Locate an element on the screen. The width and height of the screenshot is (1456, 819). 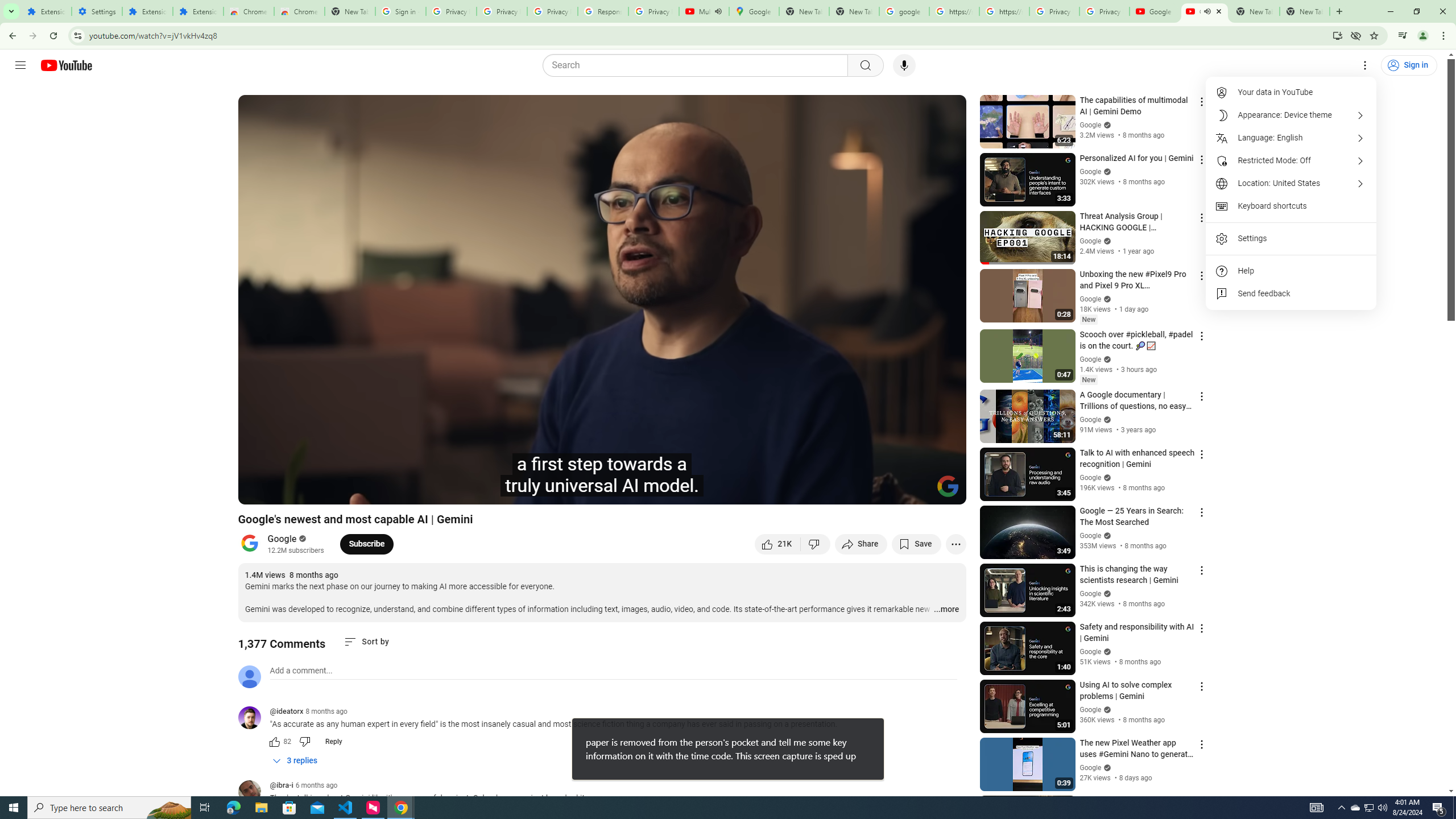
'Language: English' is located at coordinates (1291, 138).